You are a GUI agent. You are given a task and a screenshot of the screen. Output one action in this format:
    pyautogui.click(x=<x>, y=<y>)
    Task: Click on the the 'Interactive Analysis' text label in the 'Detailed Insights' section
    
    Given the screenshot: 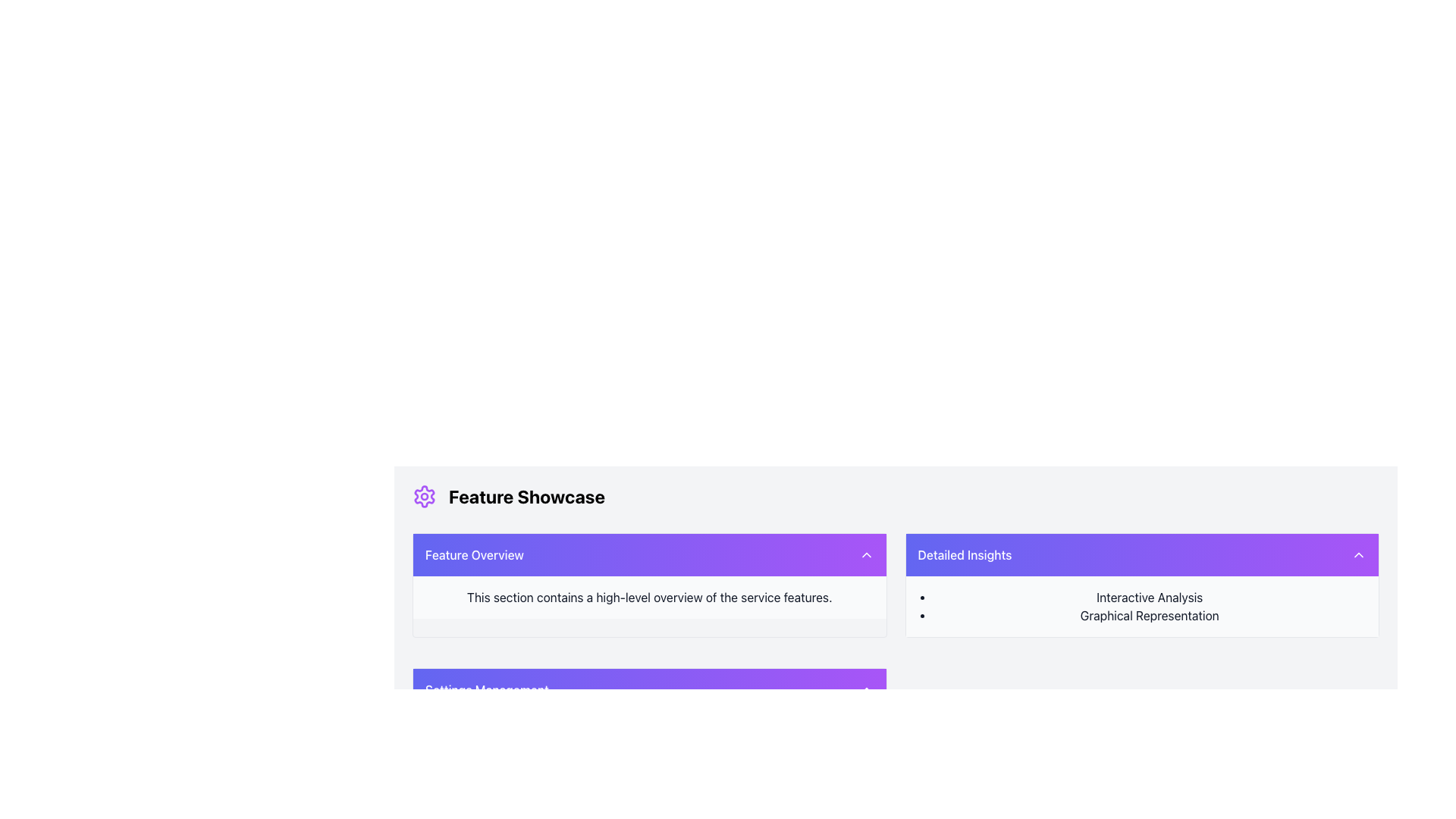 What is the action you would take?
    pyautogui.click(x=1150, y=596)
    